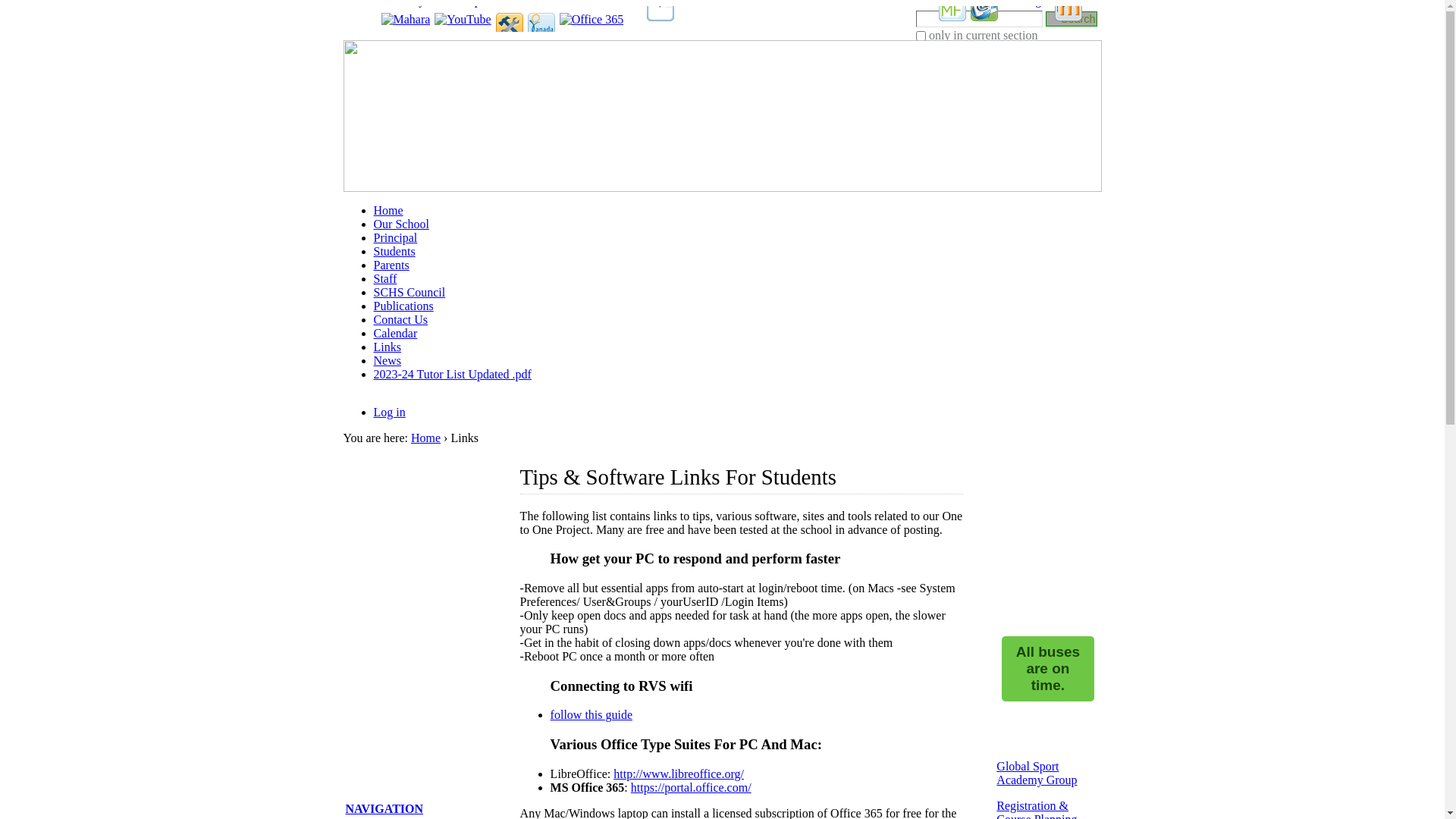 The width and height of the screenshot is (1456, 819). Describe the element at coordinates (591, 19) in the screenshot. I see `'Office 365'` at that location.